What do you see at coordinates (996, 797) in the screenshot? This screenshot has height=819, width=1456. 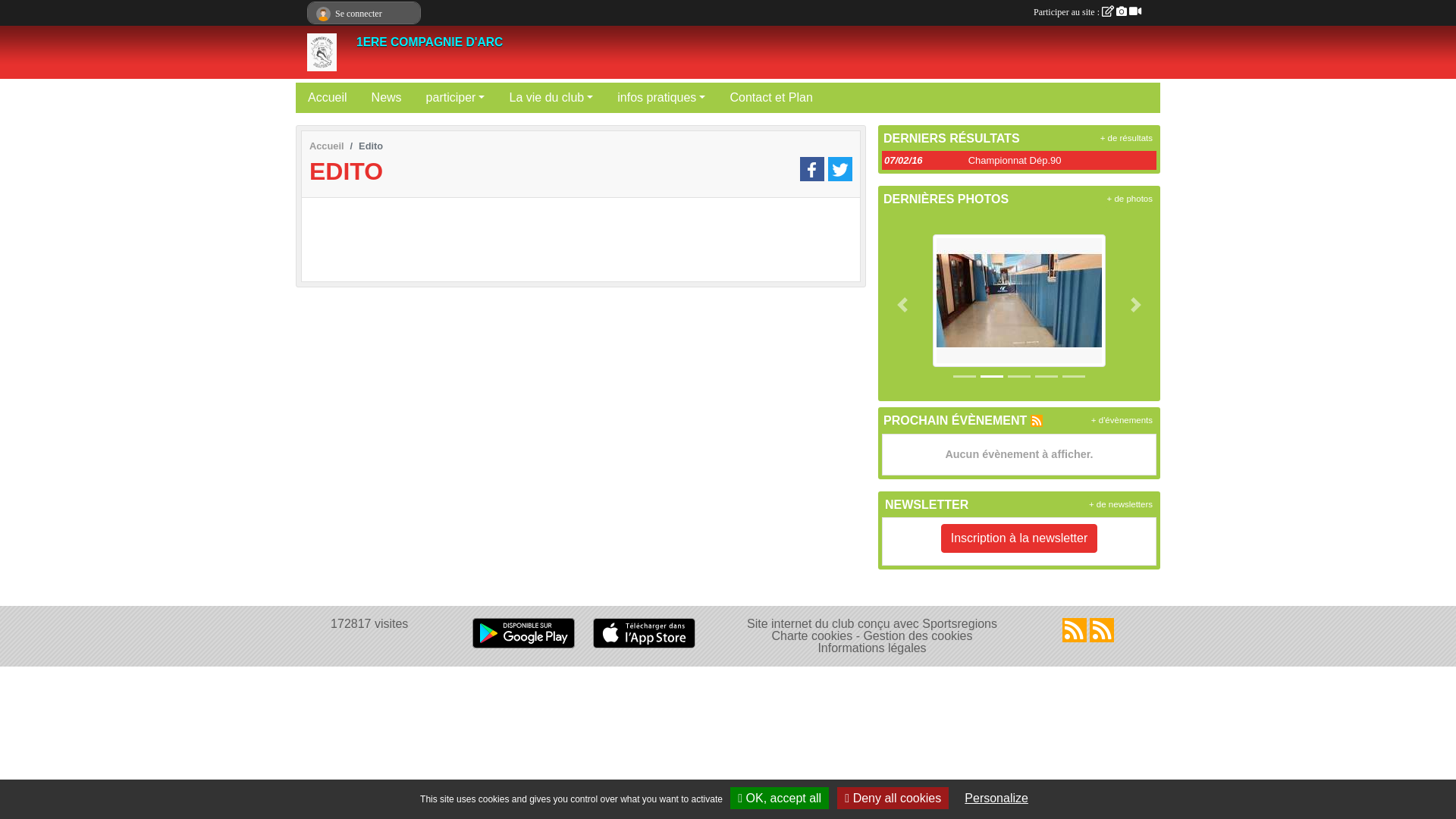 I see `'Personalize'` at bounding box center [996, 797].